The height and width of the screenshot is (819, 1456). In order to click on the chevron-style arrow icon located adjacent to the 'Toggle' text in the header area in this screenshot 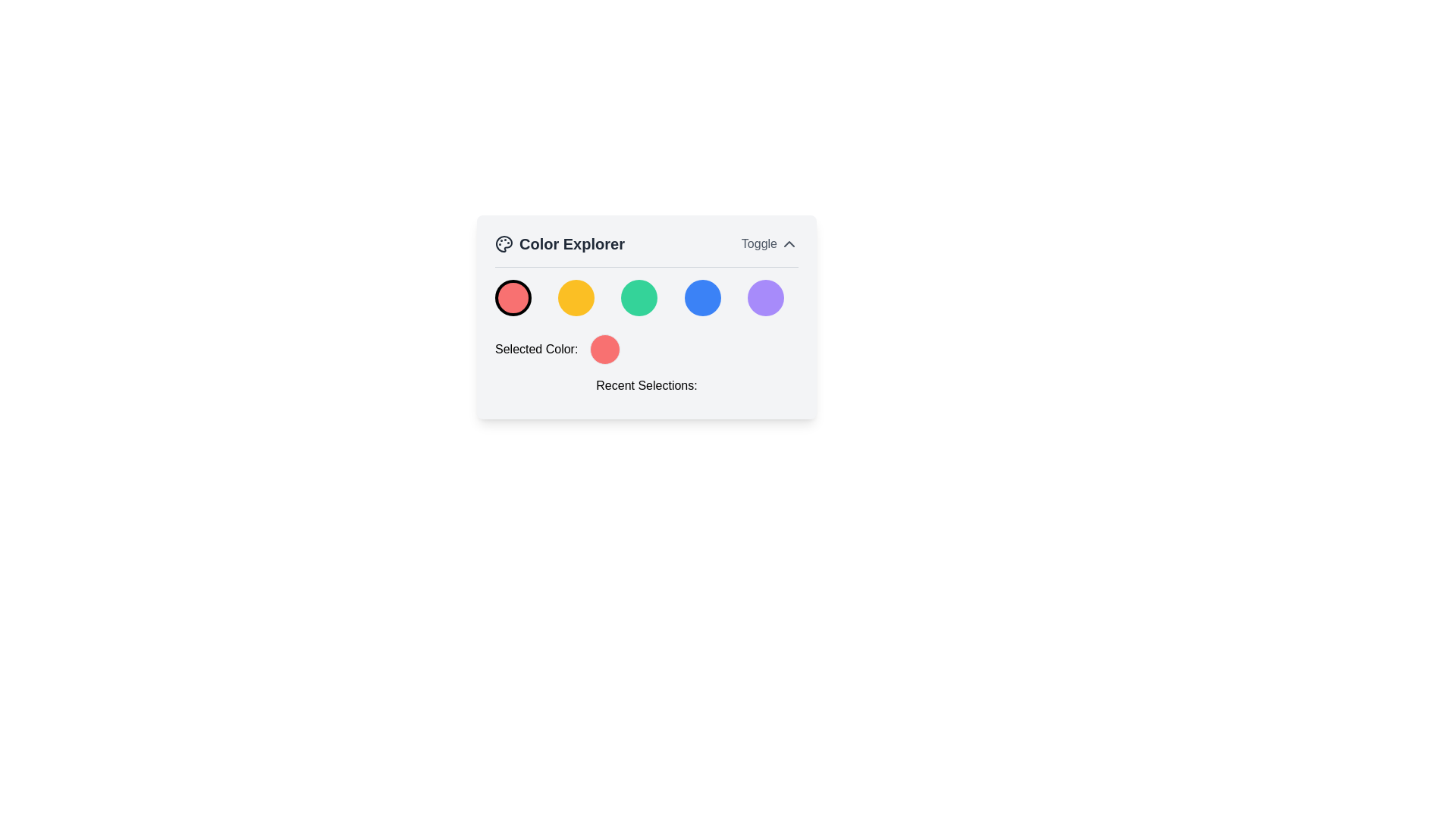, I will do `click(789, 243)`.